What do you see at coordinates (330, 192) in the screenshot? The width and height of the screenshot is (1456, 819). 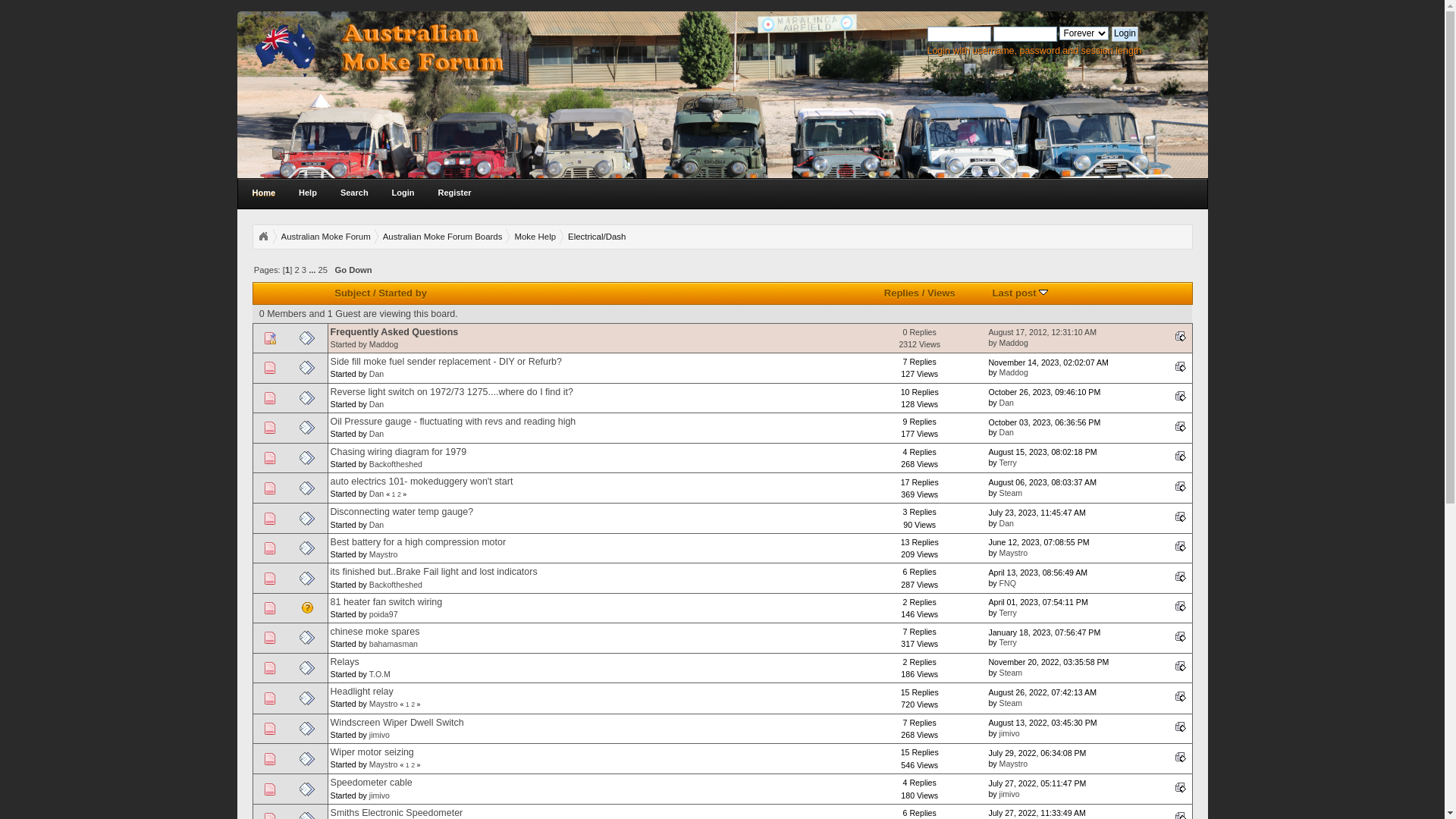 I see `'Search'` at bounding box center [330, 192].